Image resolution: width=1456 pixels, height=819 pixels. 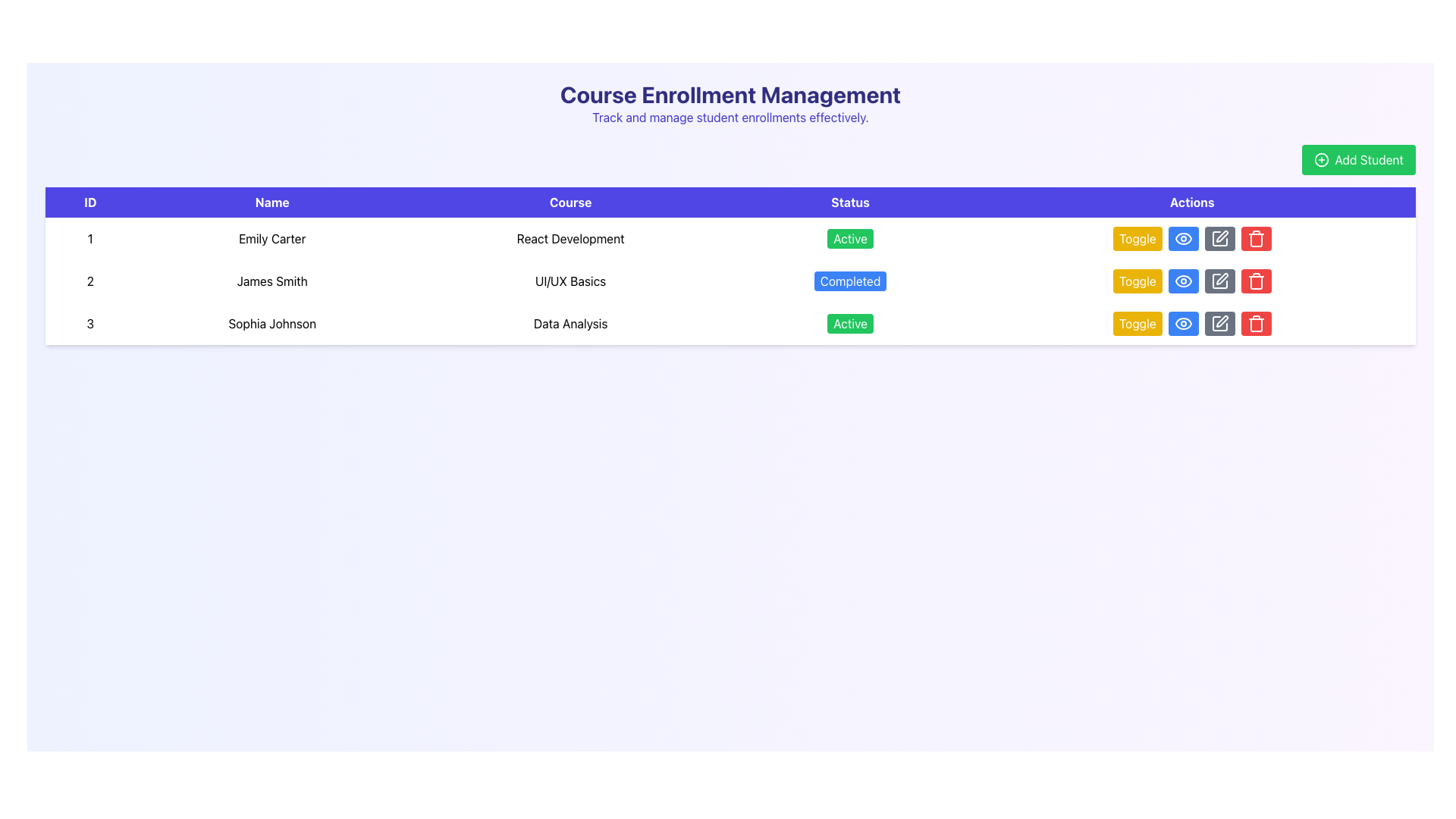 What do you see at coordinates (89, 201) in the screenshot?
I see `the first Table Header Cell that indicates ID values, located at the far-left of the table` at bounding box center [89, 201].